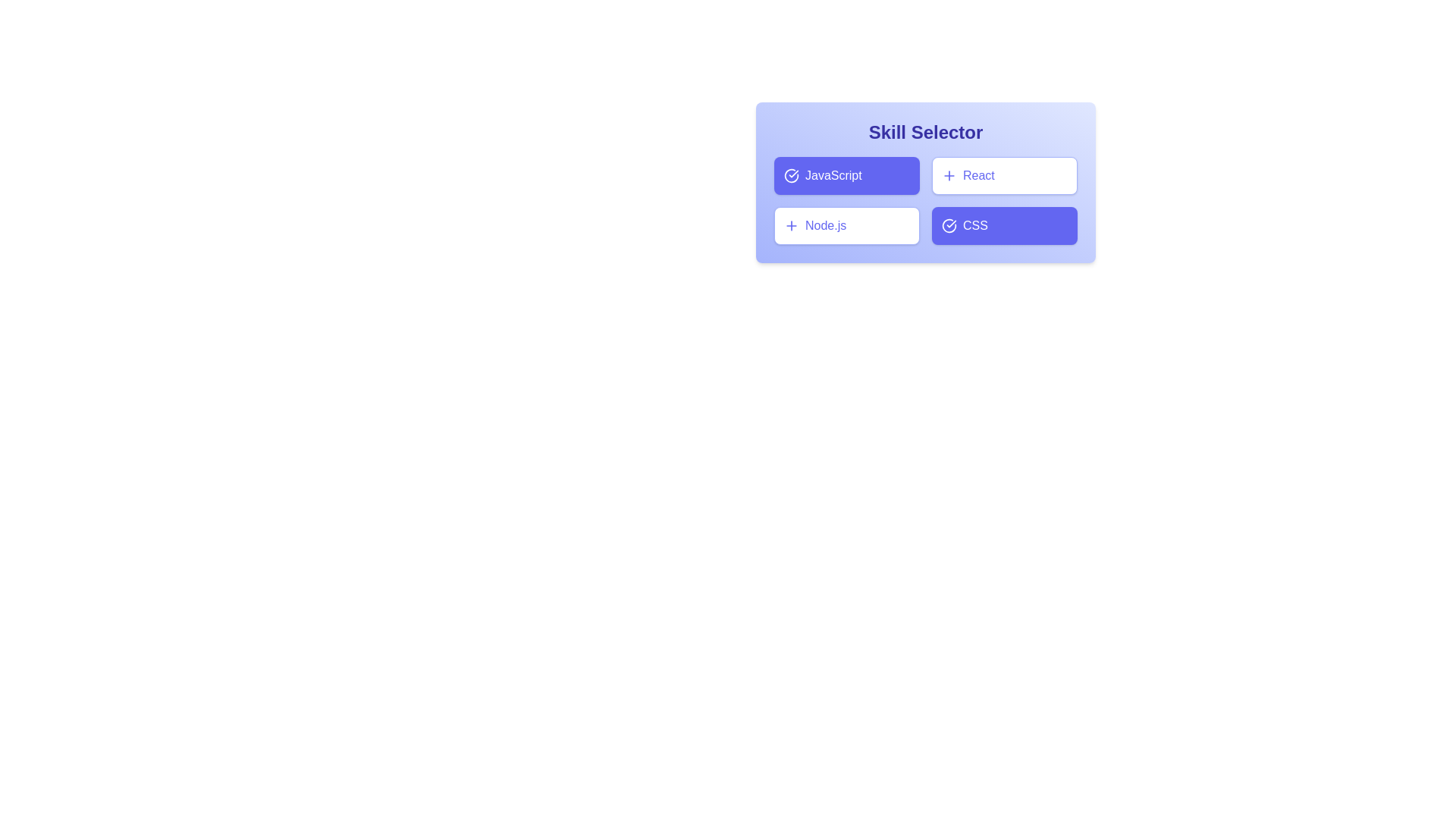 The image size is (1456, 819). What do you see at coordinates (846, 174) in the screenshot?
I see `the skill card for JavaScript` at bounding box center [846, 174].